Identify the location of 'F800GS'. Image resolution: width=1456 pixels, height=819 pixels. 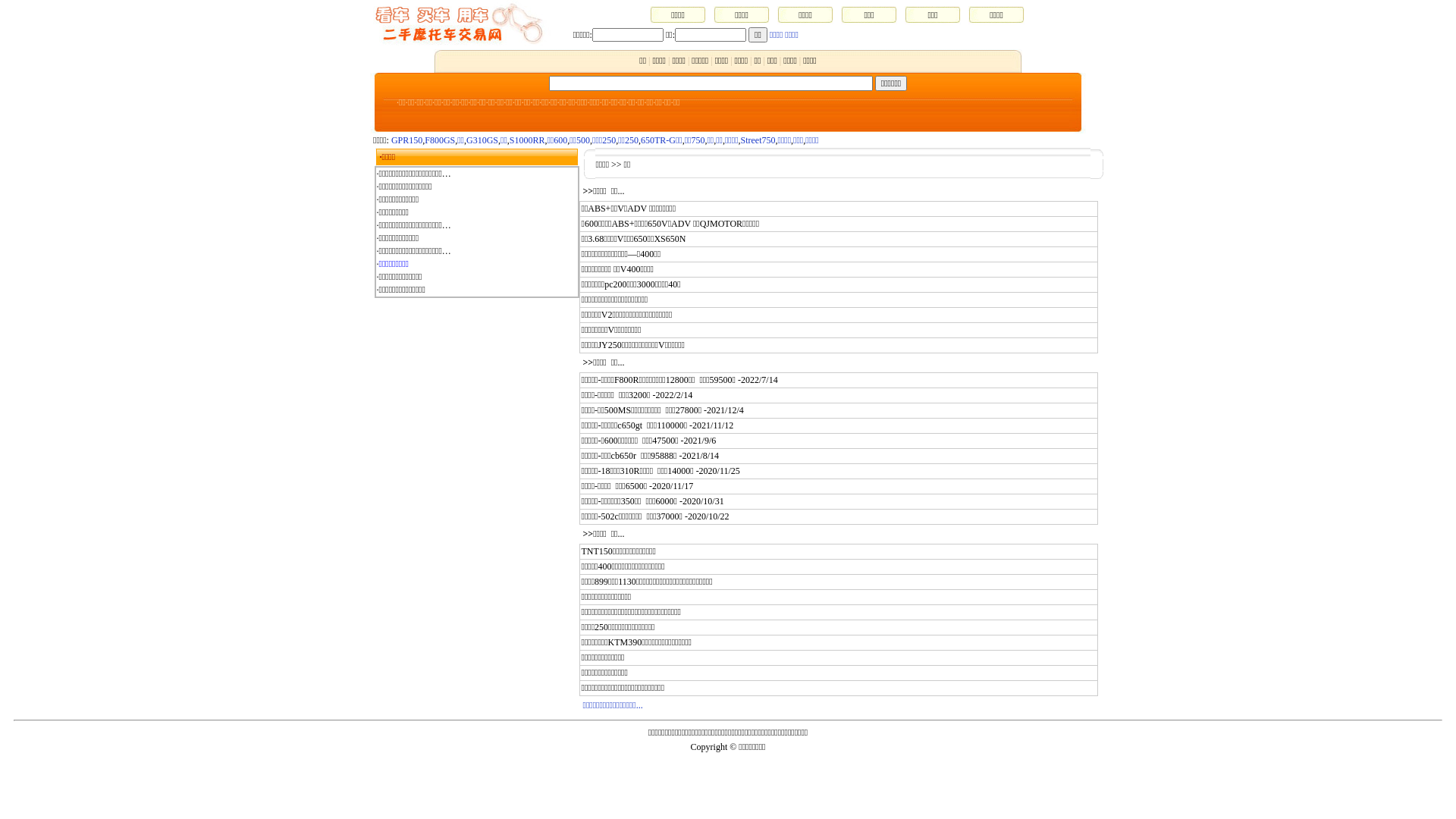
(425, 140).